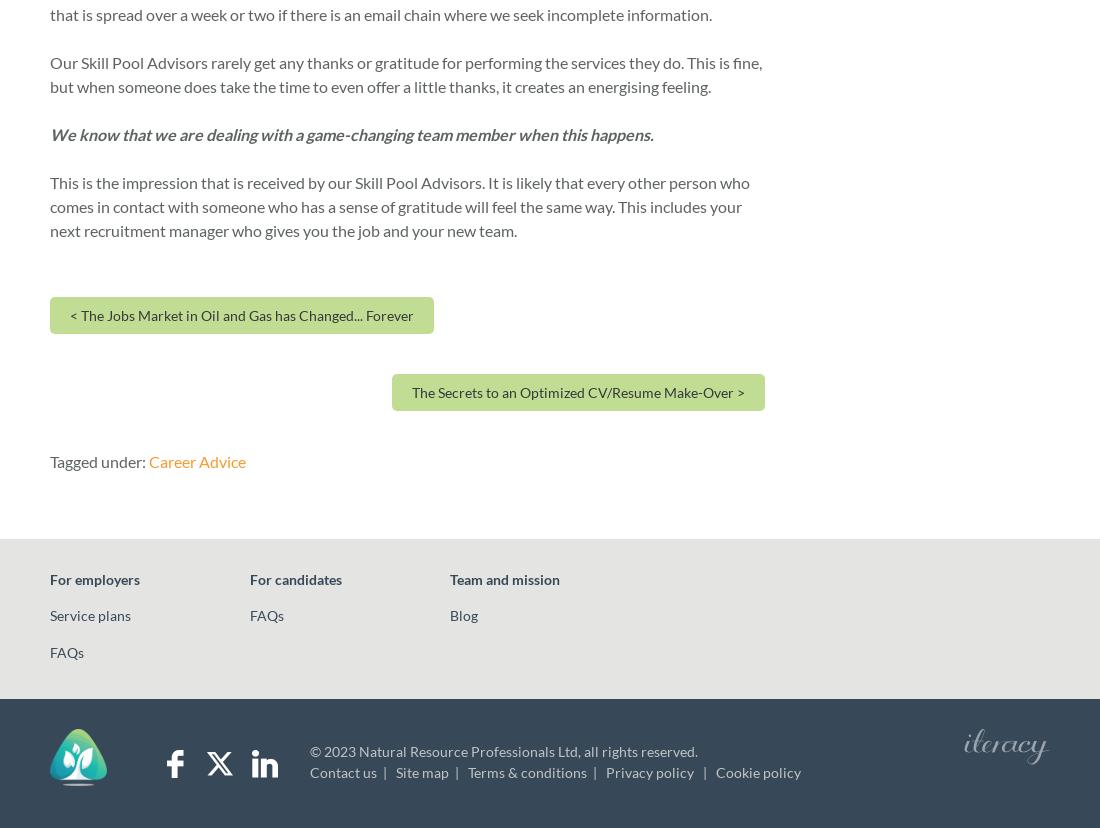 This screenshot has height=828, width=1100. I want to click on 'Natural Resource Professionals Ltd', so click(467, 749).